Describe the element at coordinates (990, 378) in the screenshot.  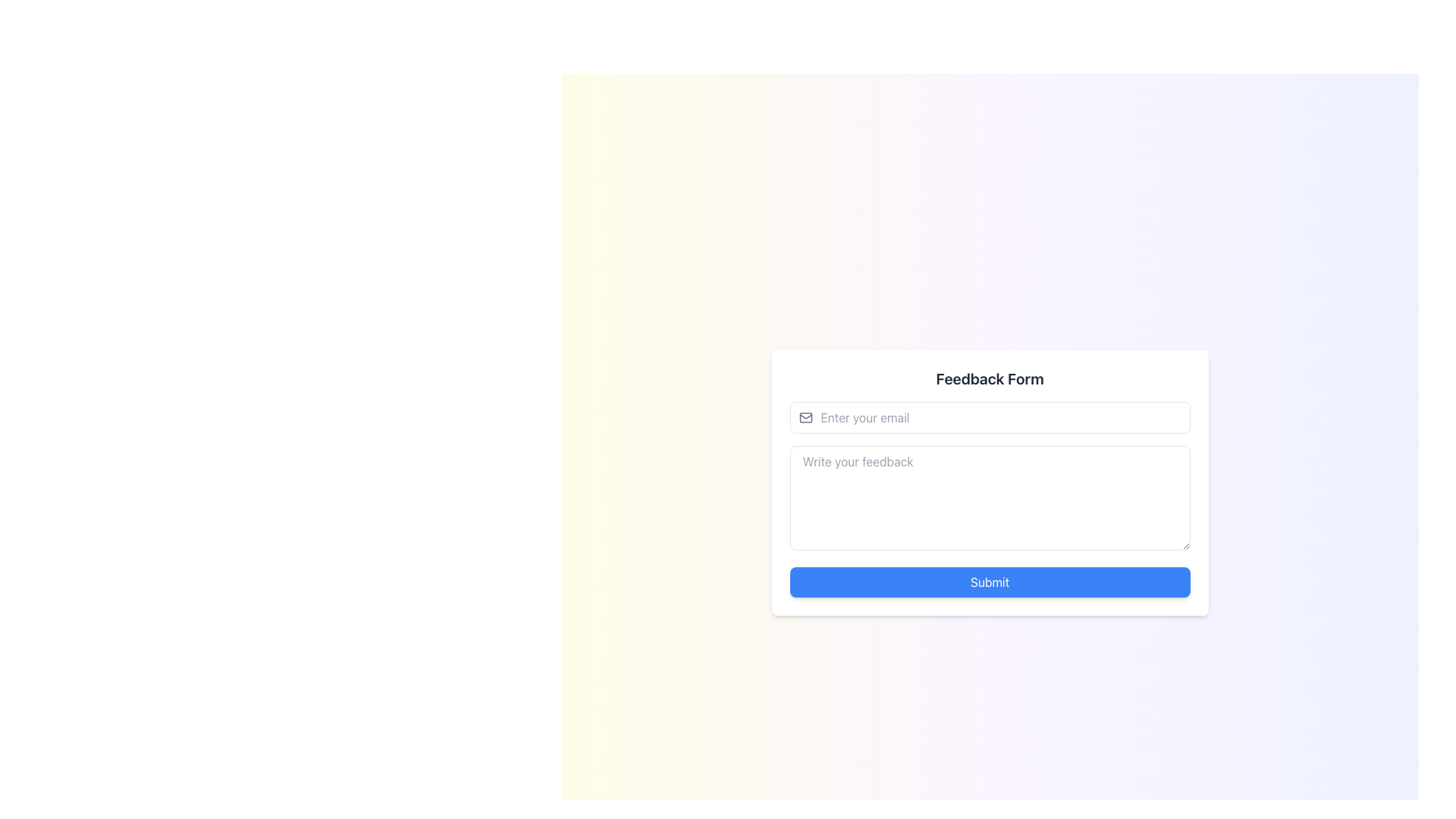
I see `the large, bold header text 'Feedback Form' which is centered above the input form in the card-like interface` at that location.